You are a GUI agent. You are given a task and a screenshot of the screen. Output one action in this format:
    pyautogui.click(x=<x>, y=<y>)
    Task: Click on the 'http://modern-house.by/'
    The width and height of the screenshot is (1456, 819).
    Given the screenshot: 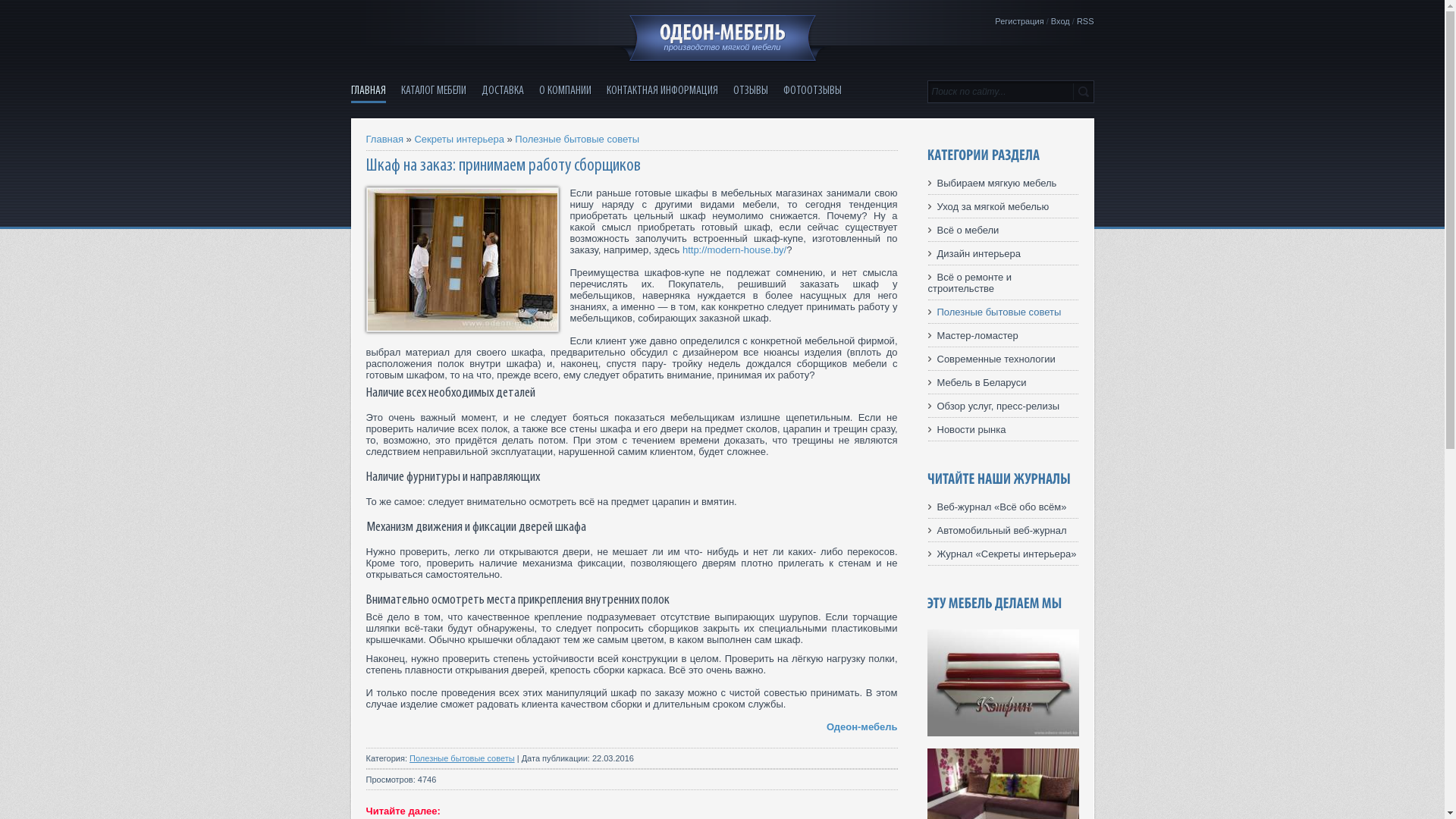 What is the action you would take?
    pyautogui.click(x=734, y=249)
    